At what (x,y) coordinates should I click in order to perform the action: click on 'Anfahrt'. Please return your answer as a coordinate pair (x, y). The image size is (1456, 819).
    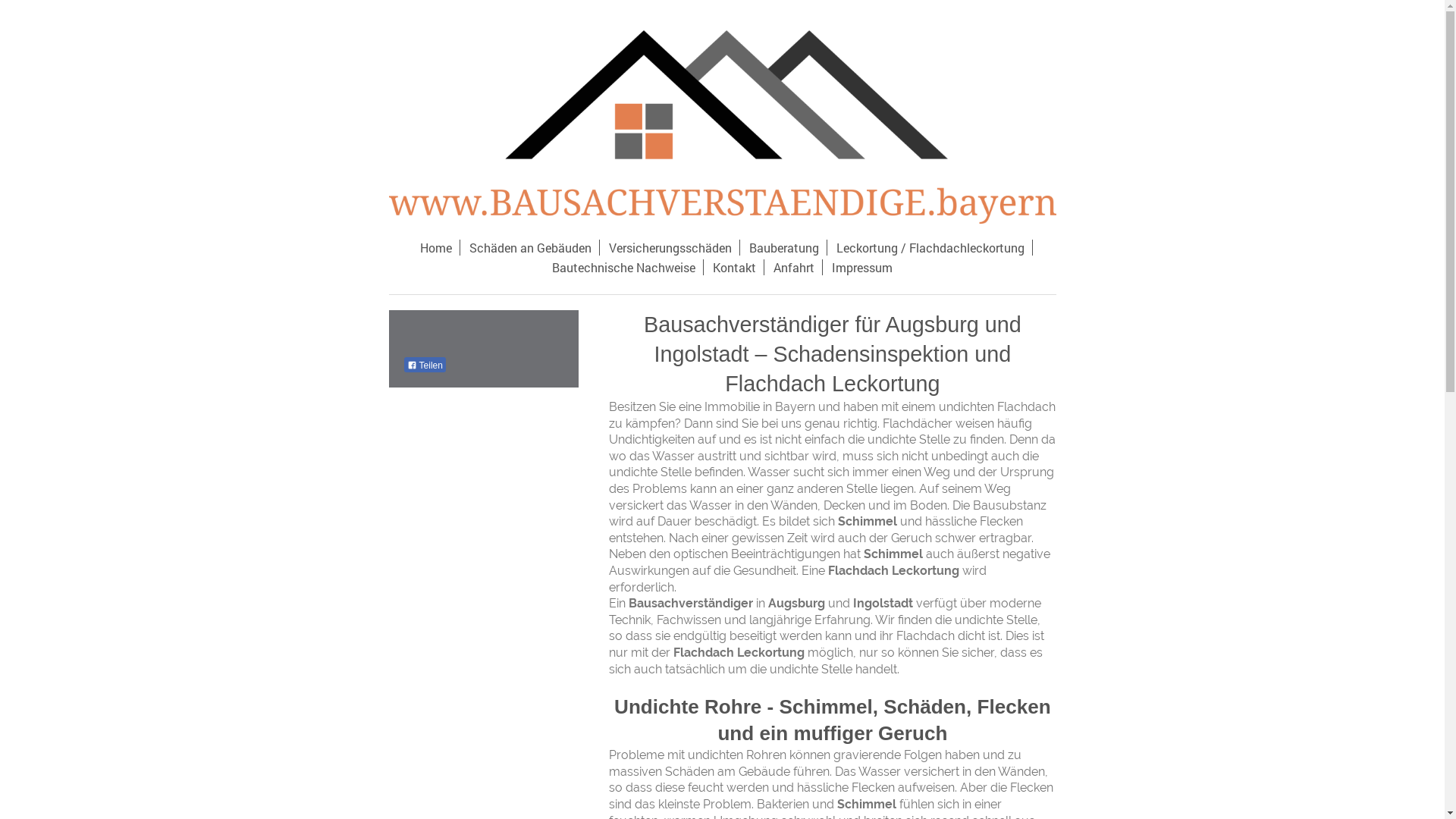
    Looking at the image, I should click on (793, 266).